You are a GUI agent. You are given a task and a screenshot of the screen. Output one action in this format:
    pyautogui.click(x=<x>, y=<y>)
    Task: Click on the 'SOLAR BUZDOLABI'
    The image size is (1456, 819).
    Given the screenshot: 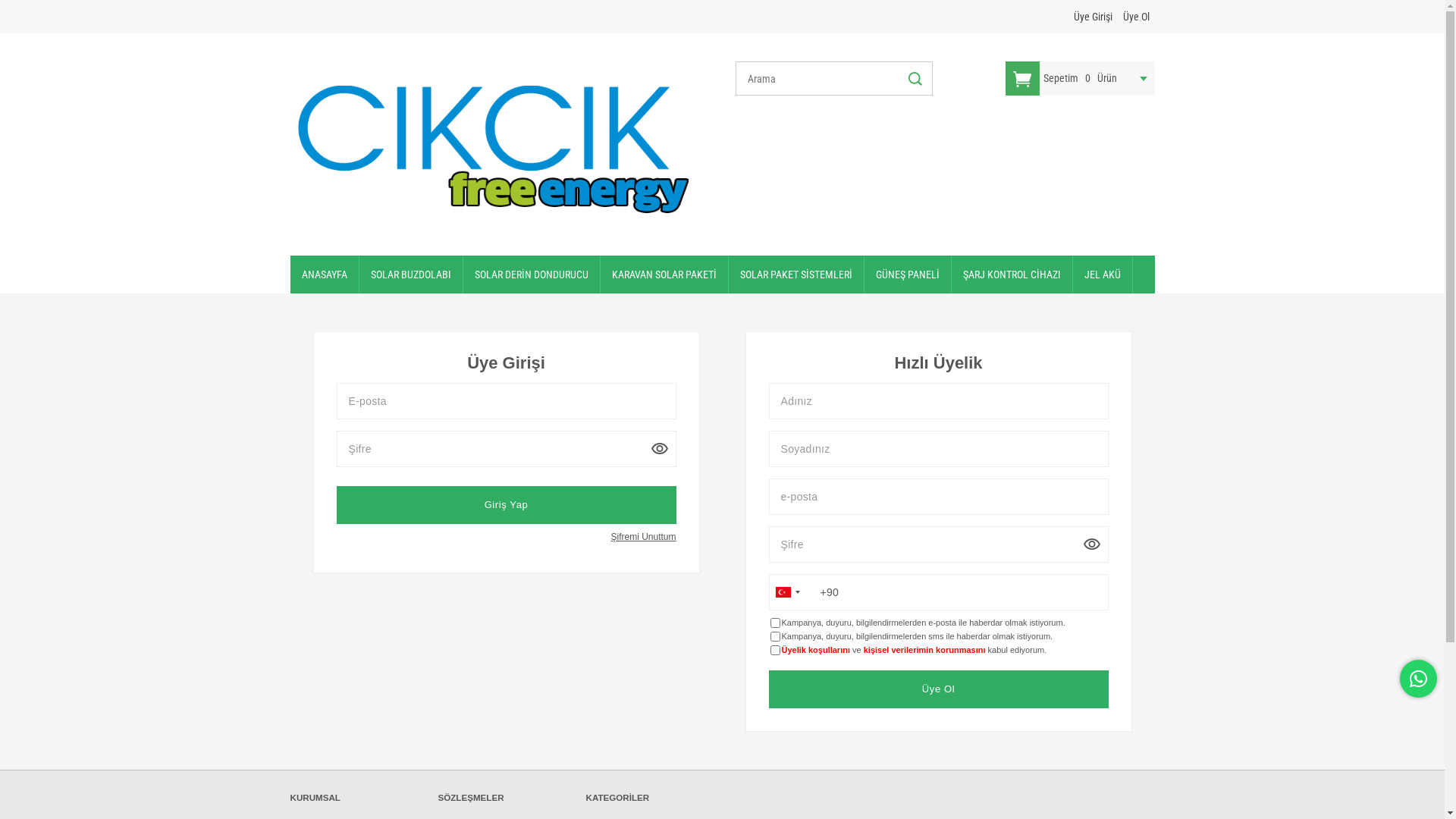 What is the action you would take?
    pyautogui.click(x=411, y=275)
    